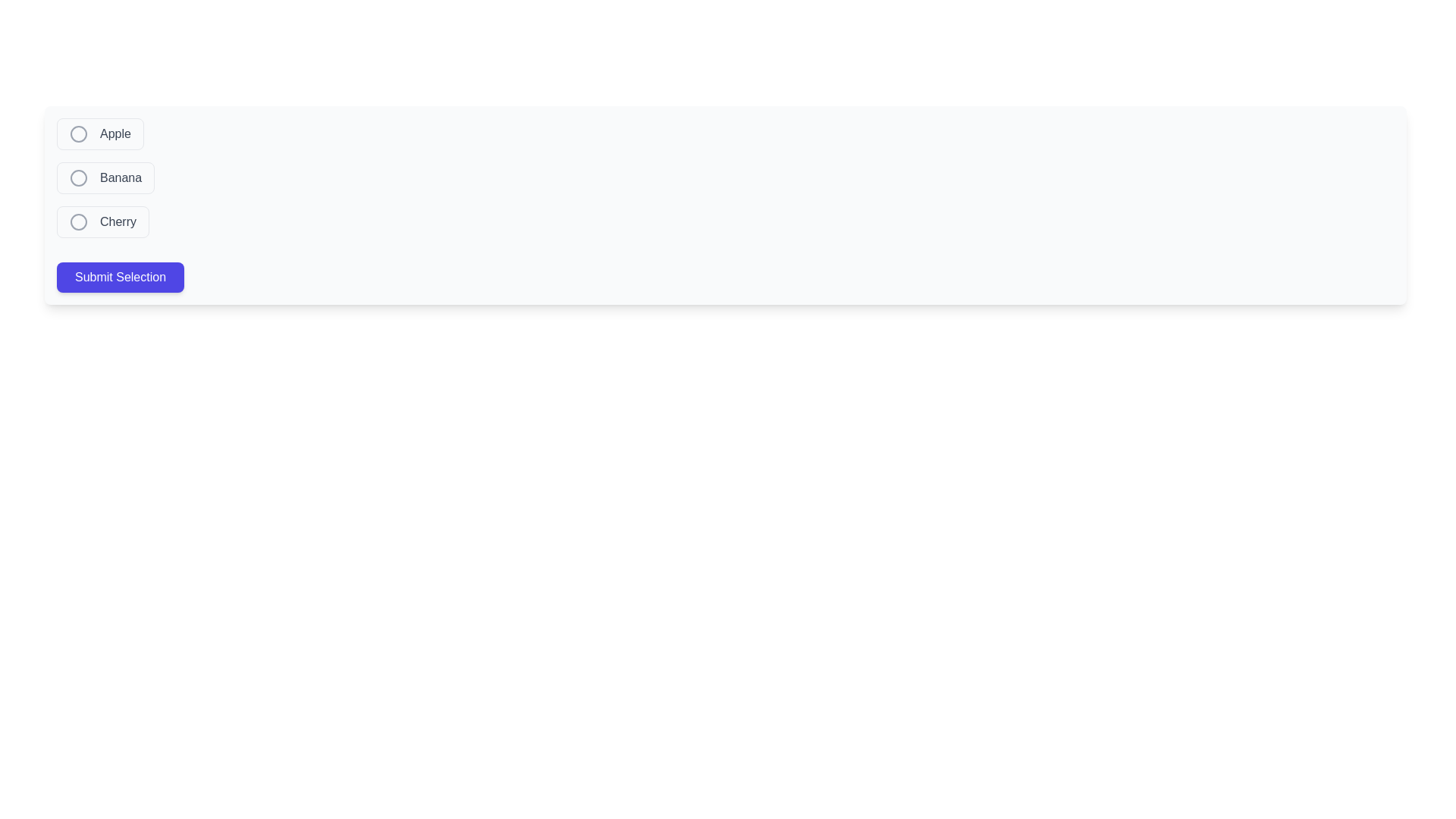 This screenshot has height=819, width=1456. I want to click on the indigo 'Submit Selection' button with white text that is located below the list of radio buttons labeled 'Apple', 'Banana', and 'Cherry', so click(119, 278).